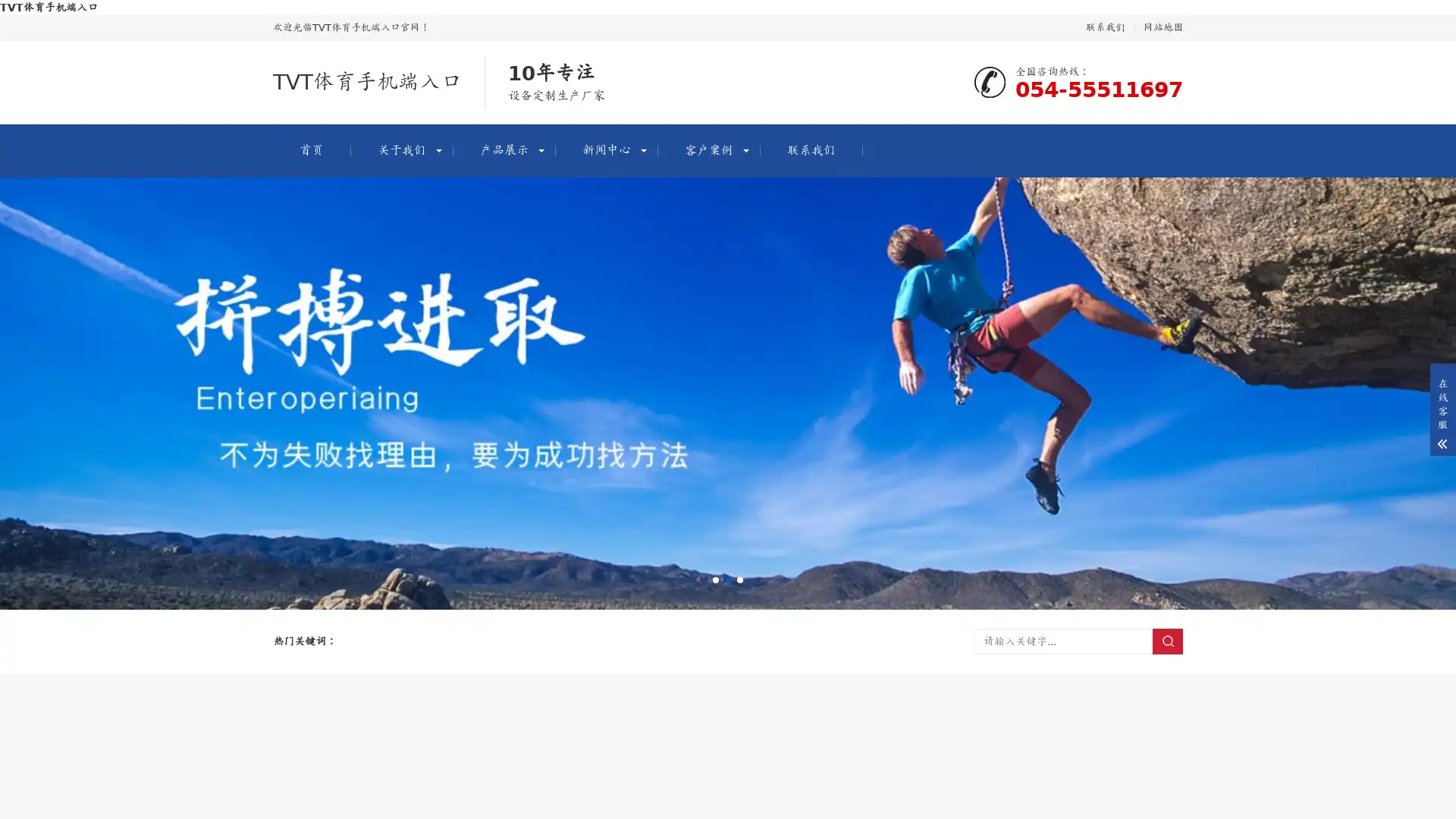 This screenshot has height=819, width=1456. Describe the element at coordinates (715, 579) in the screenshot. I see `Go to slide 1` at that location.